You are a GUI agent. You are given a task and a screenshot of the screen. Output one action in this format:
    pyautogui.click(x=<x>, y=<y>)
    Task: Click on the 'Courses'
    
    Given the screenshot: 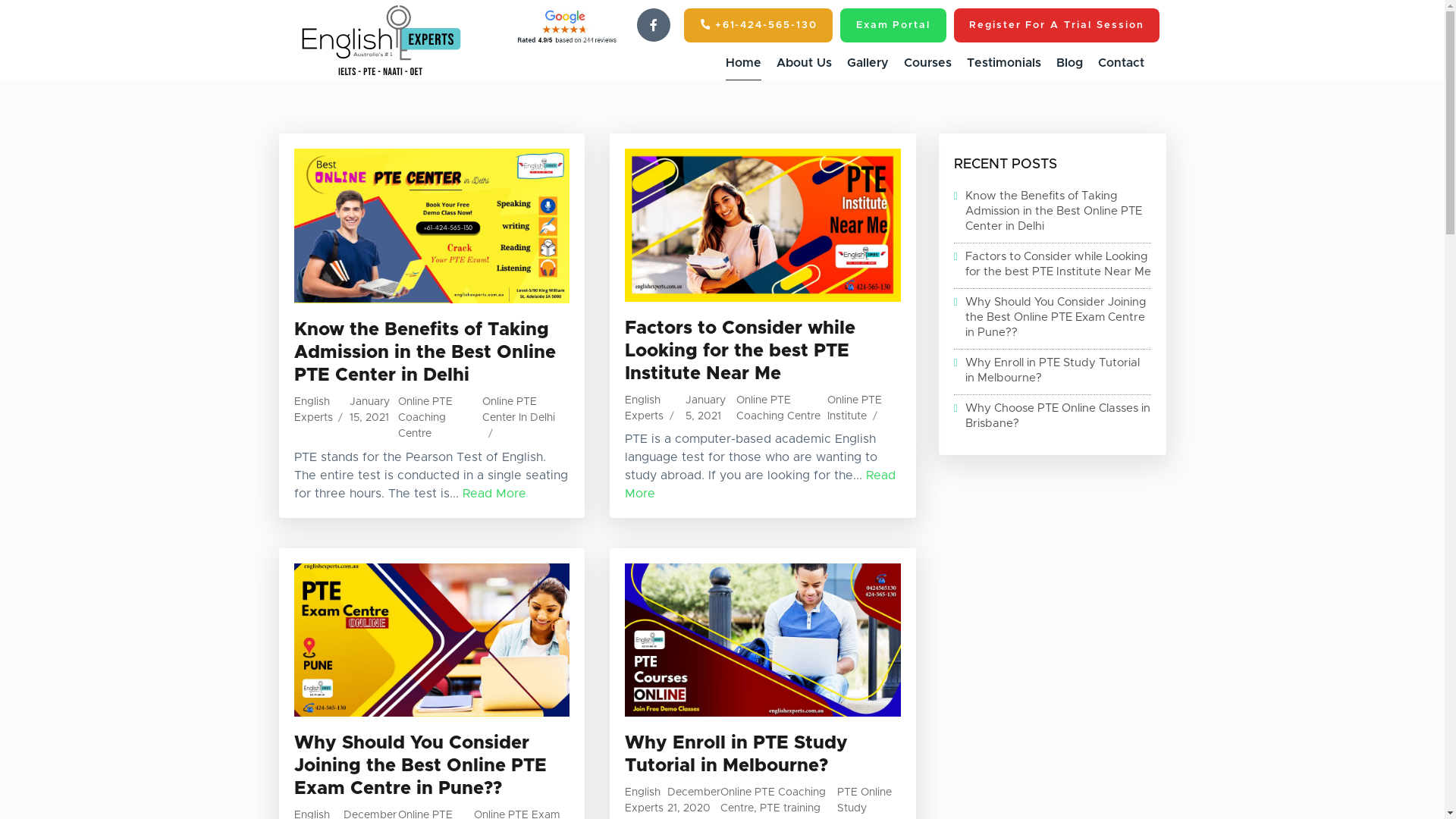 What is the action you would take?
    pyautogui.click(x=927, y=62)
    